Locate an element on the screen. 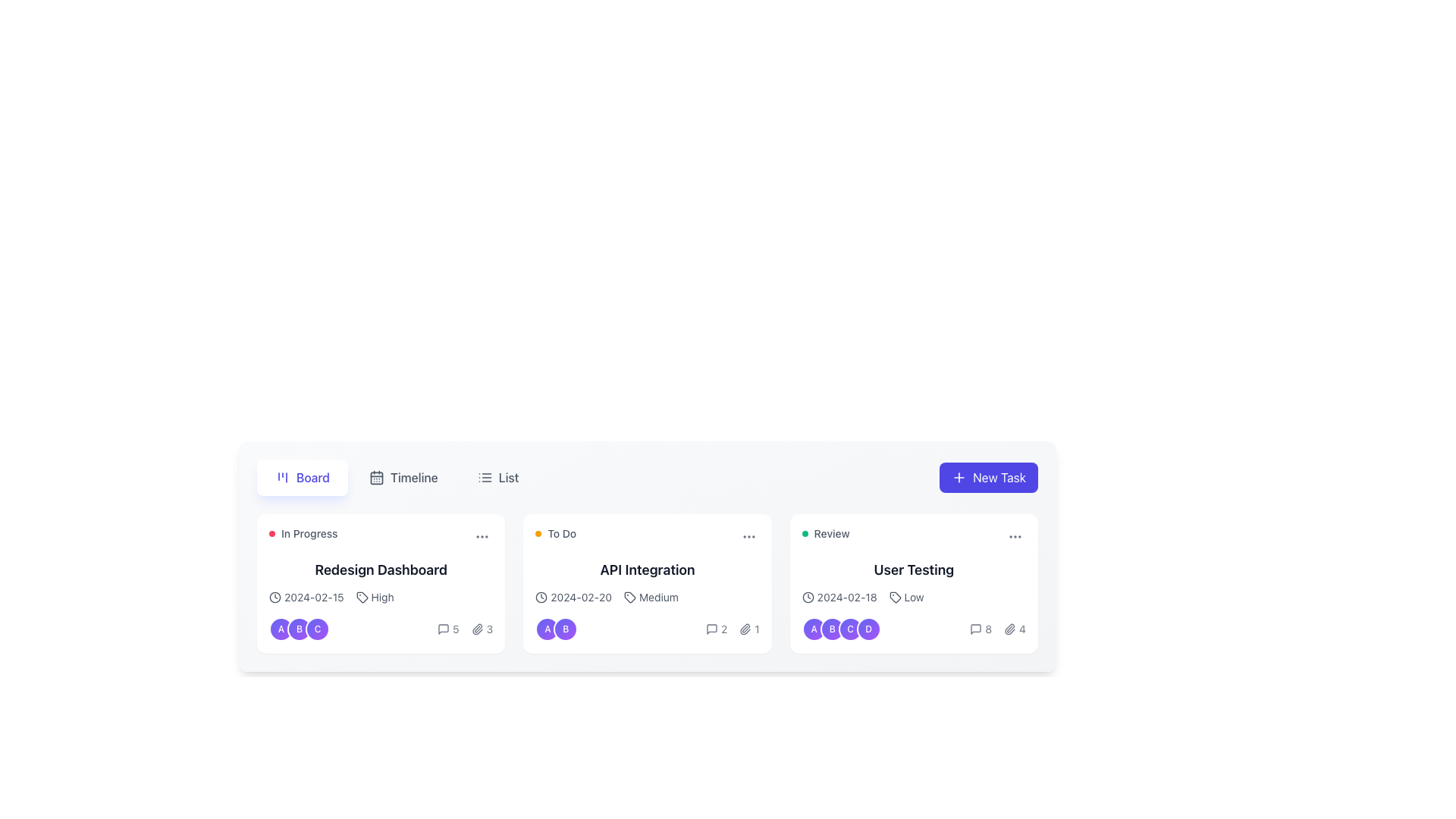 Image resolution: width=1456 pixels, height=819 pixels. the small tag-shaped icon next to the word 'Medium' in the task card titled 'API Integration' within the 'To Do' column is located at coordinates (630, 596).